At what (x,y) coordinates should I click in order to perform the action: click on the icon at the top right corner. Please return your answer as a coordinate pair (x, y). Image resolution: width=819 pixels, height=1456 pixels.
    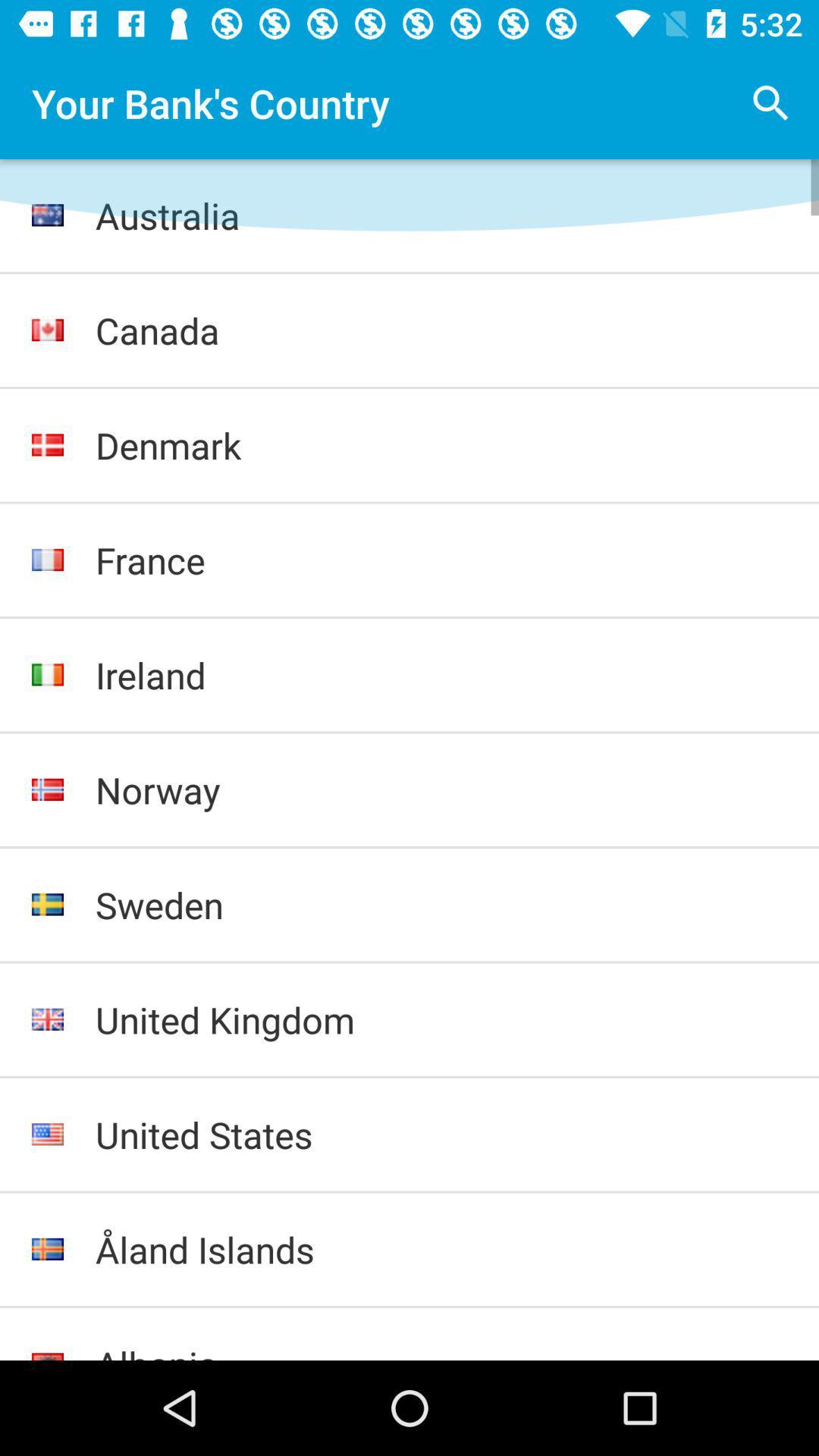
    Looking at the image, I should click on (771, 102).